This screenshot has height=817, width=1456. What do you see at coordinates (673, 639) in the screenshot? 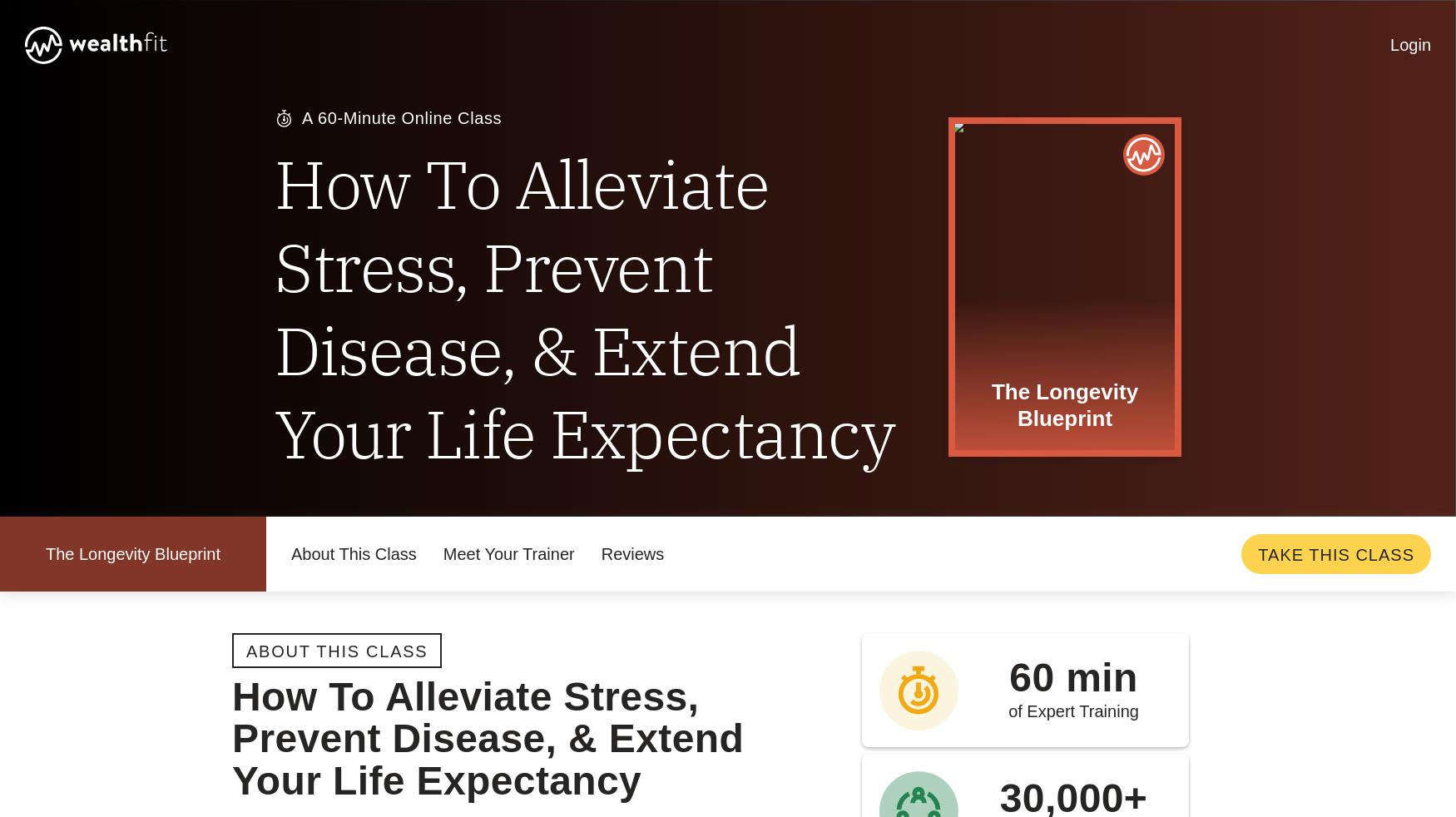
I see `'The Longevity Blueprint'` at bounding box center [673, 639].